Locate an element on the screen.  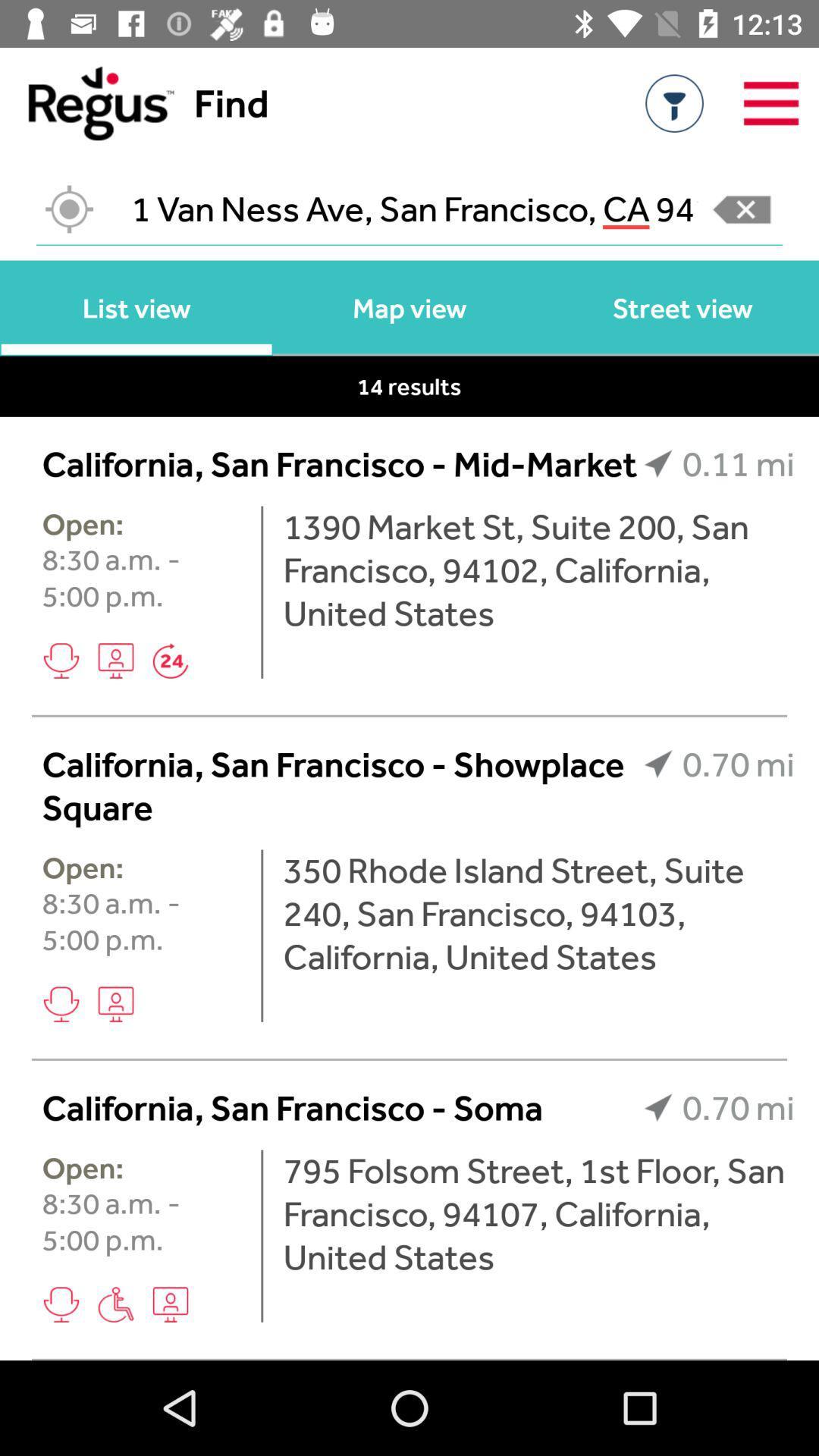
icon below california san francisco is located at coordinates (538, 1213).